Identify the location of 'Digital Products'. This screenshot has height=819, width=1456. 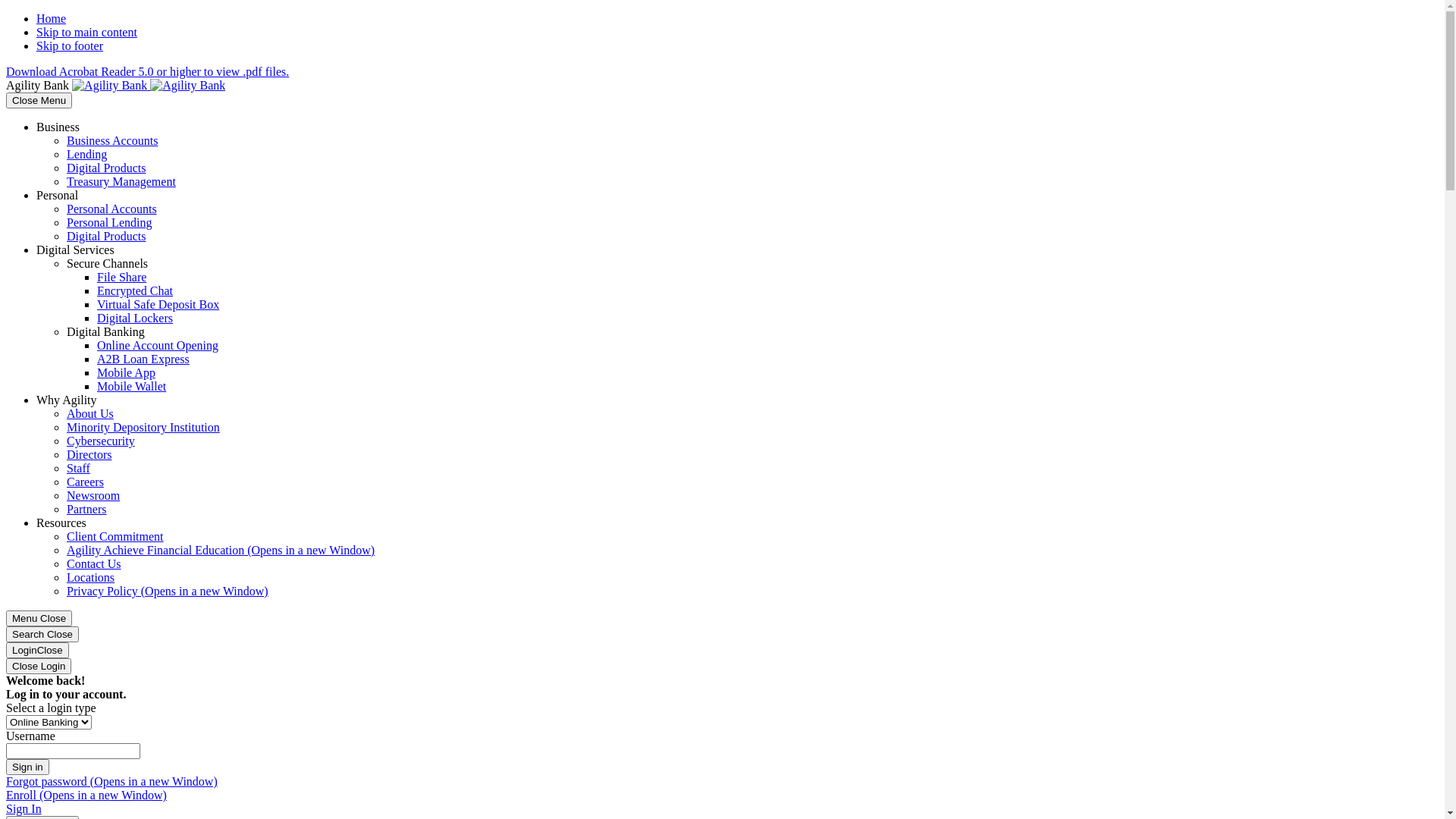
(65, 236).